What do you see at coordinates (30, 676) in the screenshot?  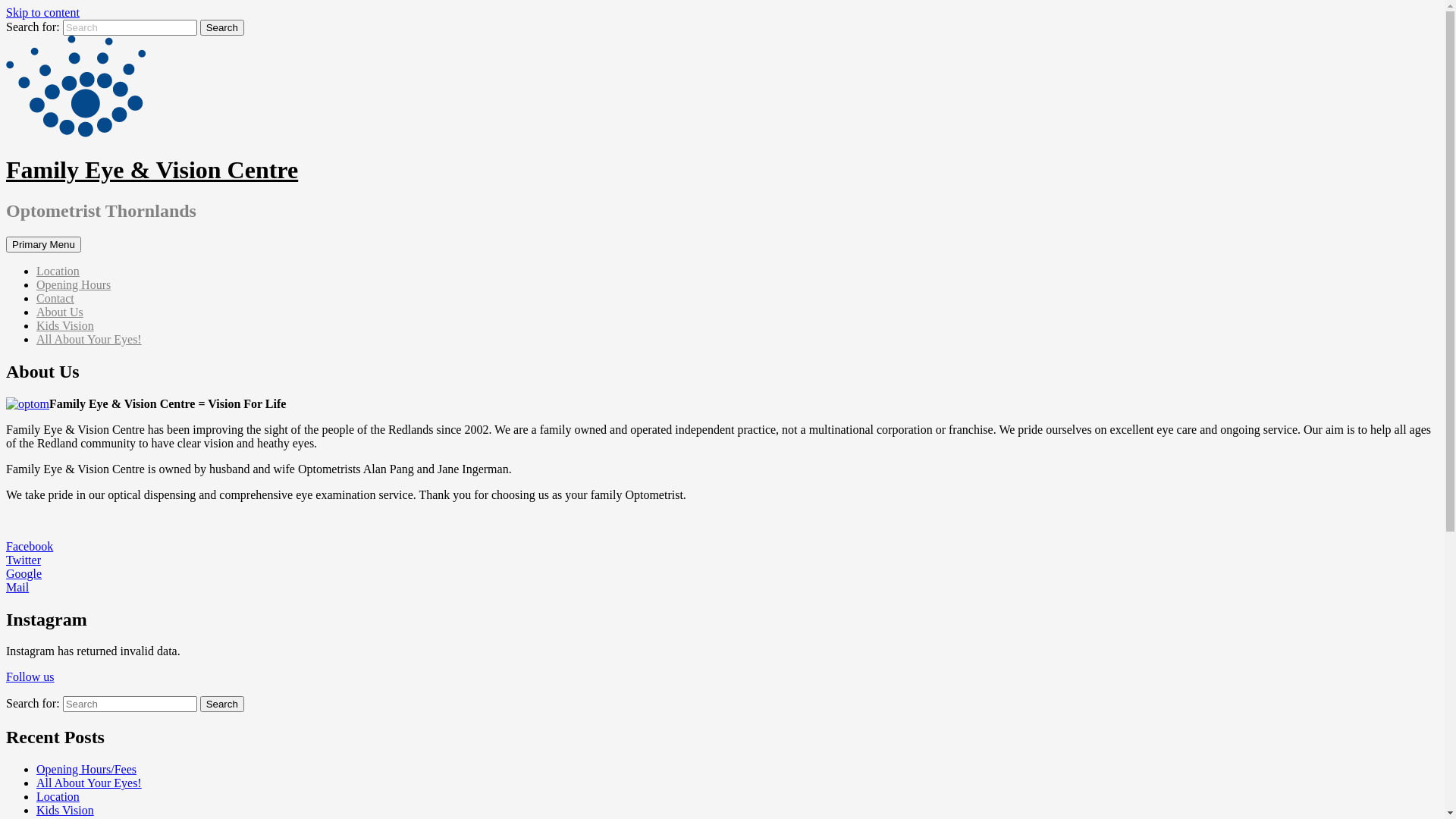 I see `'Follow us'` at bounding box center [30, 676].